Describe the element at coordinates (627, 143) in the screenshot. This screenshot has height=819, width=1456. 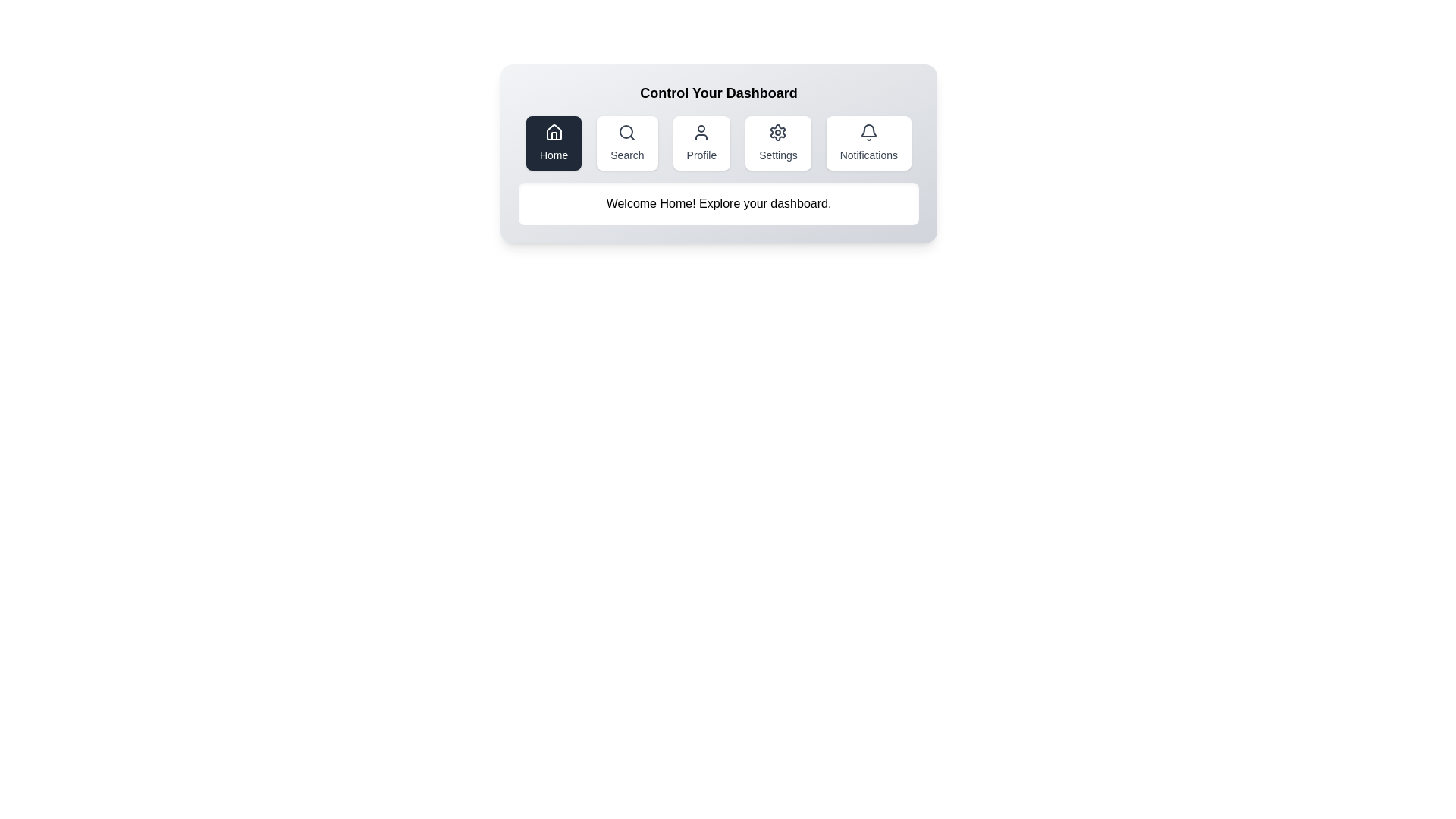
I see `the 'Search' button, which is a rectangular button with a white background and a magnifying glass icon` at that location.